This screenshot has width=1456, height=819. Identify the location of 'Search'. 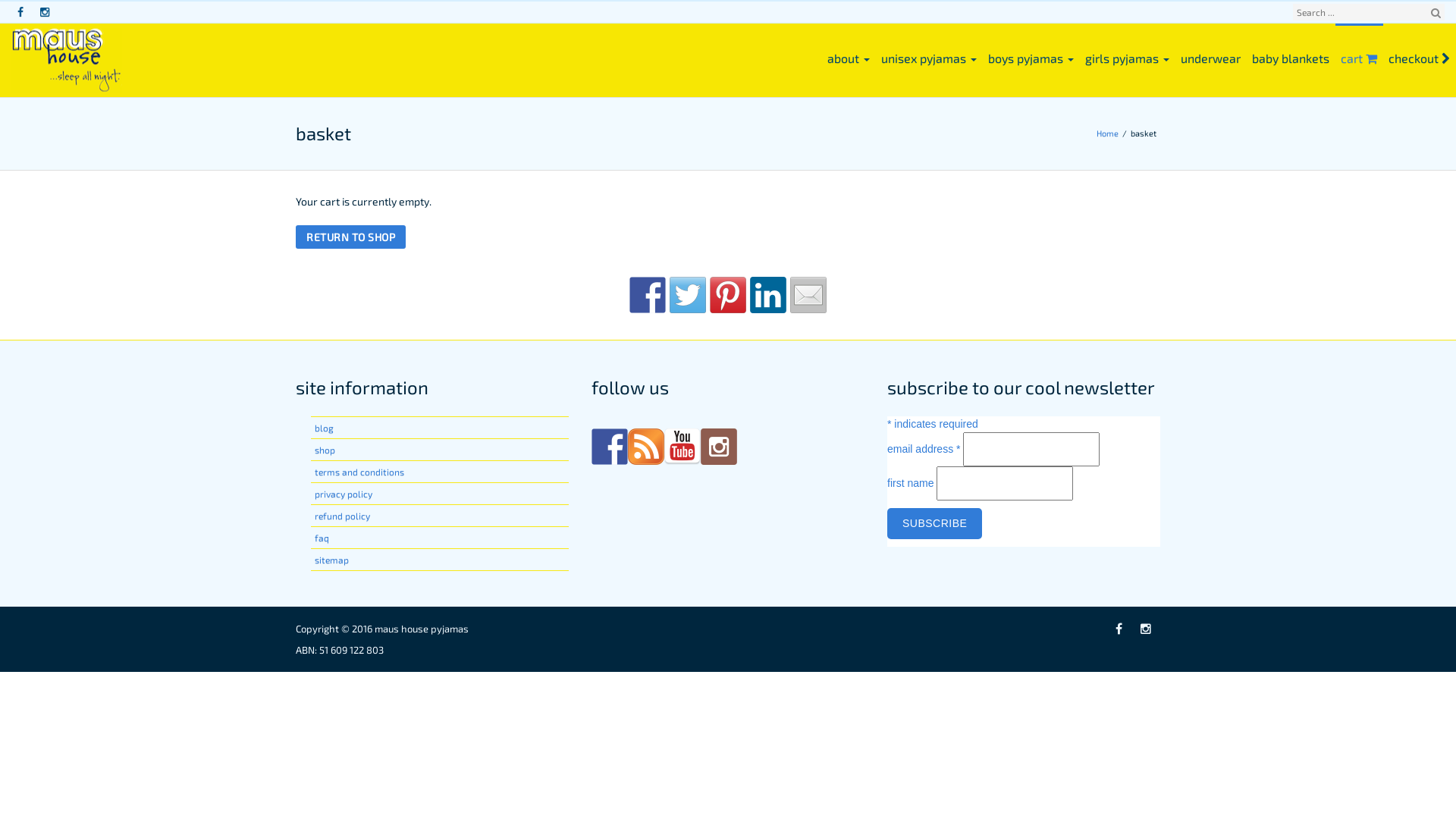
(1434, 12).